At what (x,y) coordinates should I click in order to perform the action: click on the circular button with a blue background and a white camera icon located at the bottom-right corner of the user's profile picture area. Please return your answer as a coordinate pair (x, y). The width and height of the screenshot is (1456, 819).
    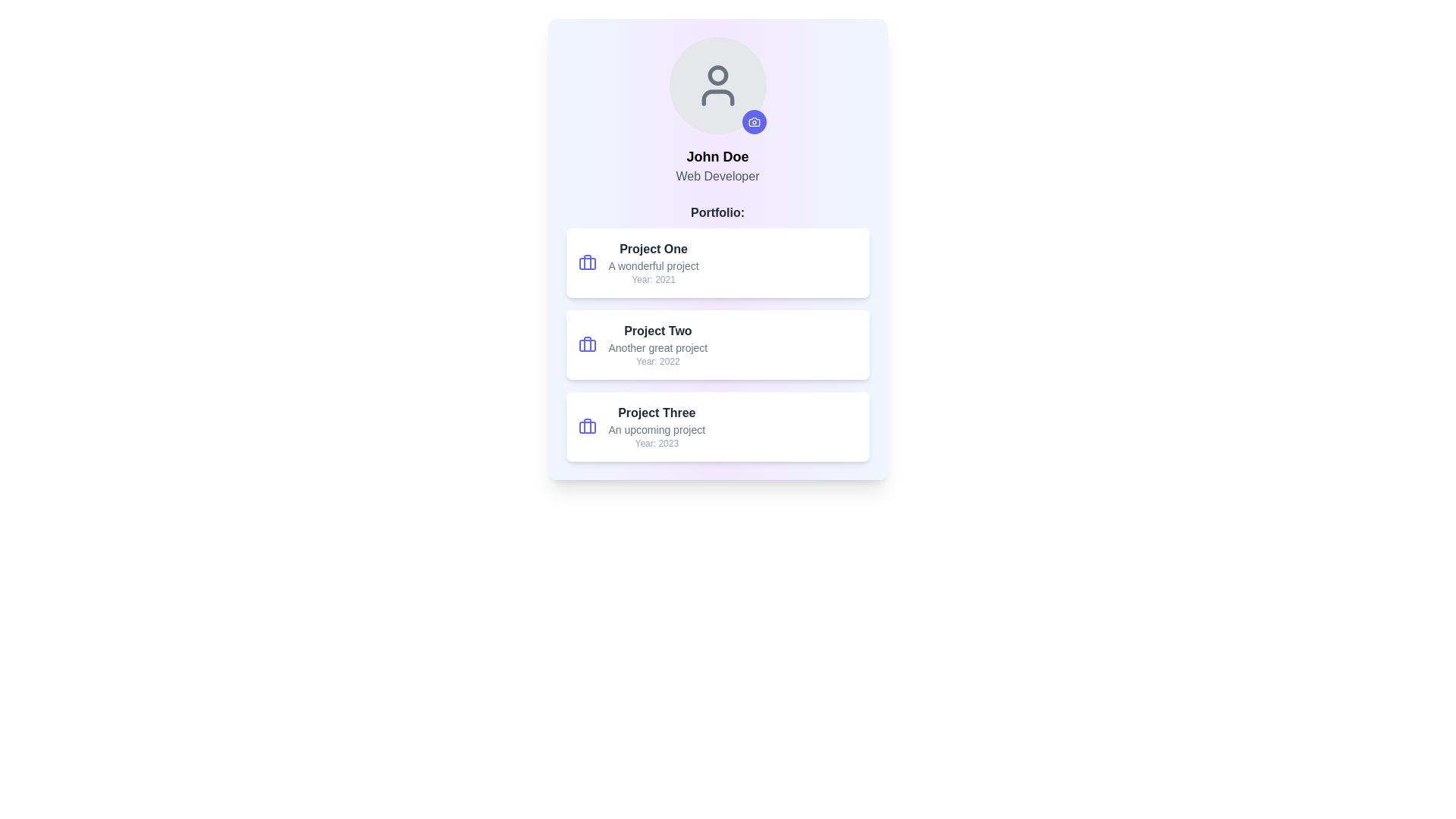
    Looking at the image, I should click on (754, 121).